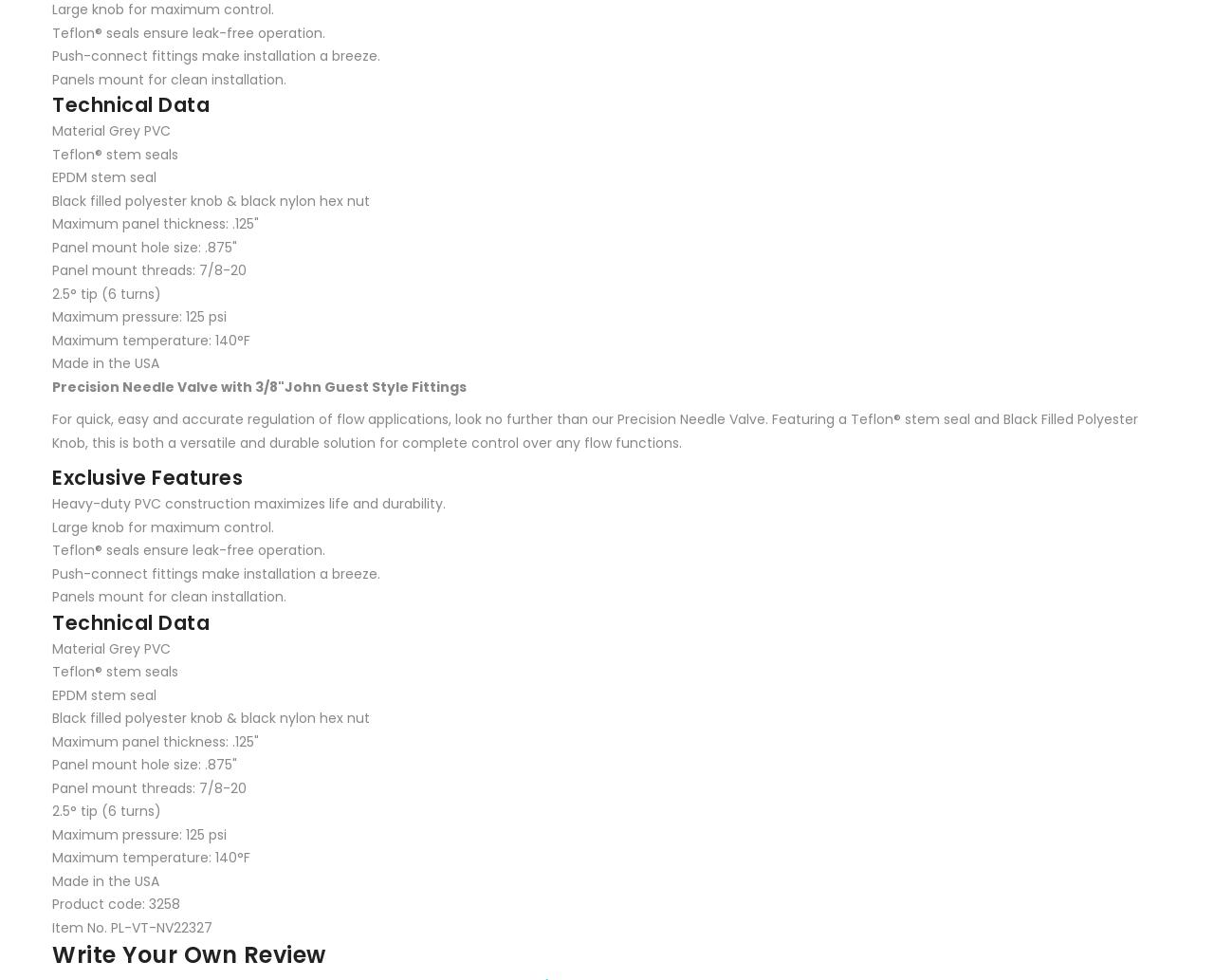 The width and height of the screenshot is (1214, 980). What do you see at coordinates (52, 431) in the screenshot?
I see `'For quick, easy and accurate regulation of flow applications, look no further than our Precision Needle Valve. Featuring a Teflon® stem seal and Black Filled Polyester Knob, this is both a versatile and durable solution for complete control over any flow functions.'` at bounding box center [52, 431].